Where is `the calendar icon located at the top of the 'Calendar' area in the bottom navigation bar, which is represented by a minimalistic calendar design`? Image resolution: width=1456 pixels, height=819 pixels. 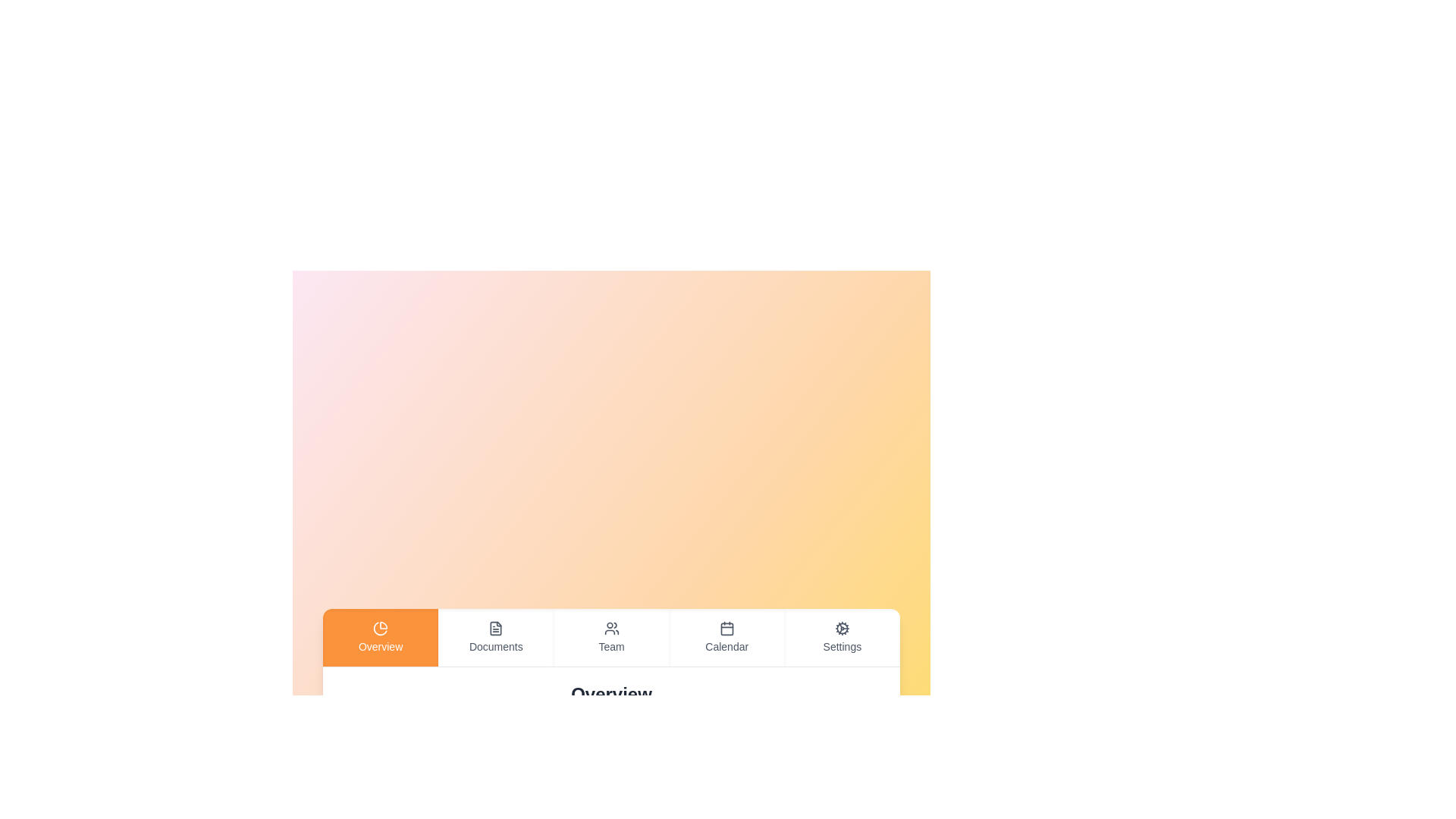
the calendar icon located at the top of the 'Calendar' area in the bottom navigation bar, which is represented by a minimalistic calendar design is located at coordinates (726, 628).